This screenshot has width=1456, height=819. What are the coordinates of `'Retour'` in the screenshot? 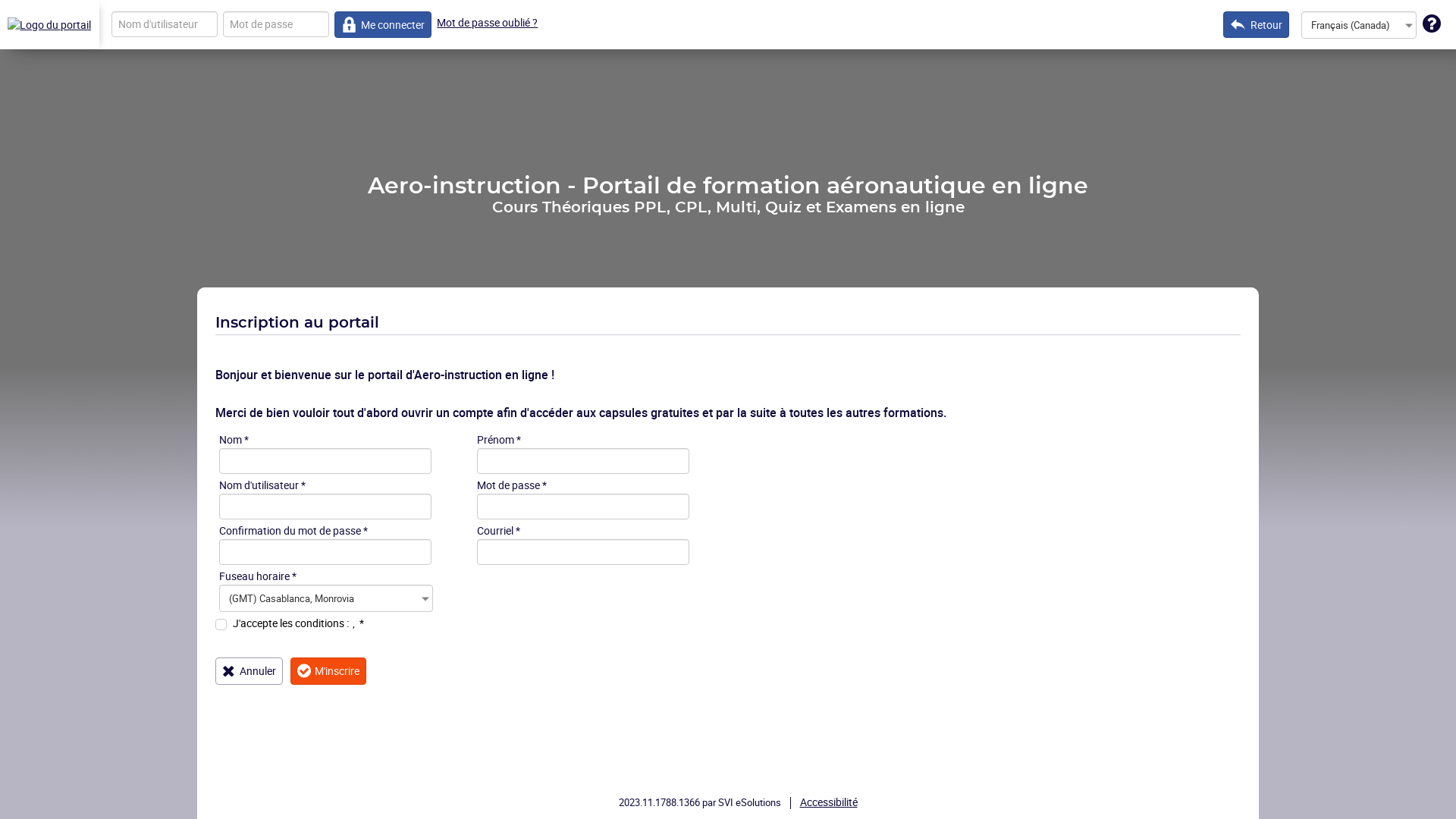 It's located at (1222, 24).